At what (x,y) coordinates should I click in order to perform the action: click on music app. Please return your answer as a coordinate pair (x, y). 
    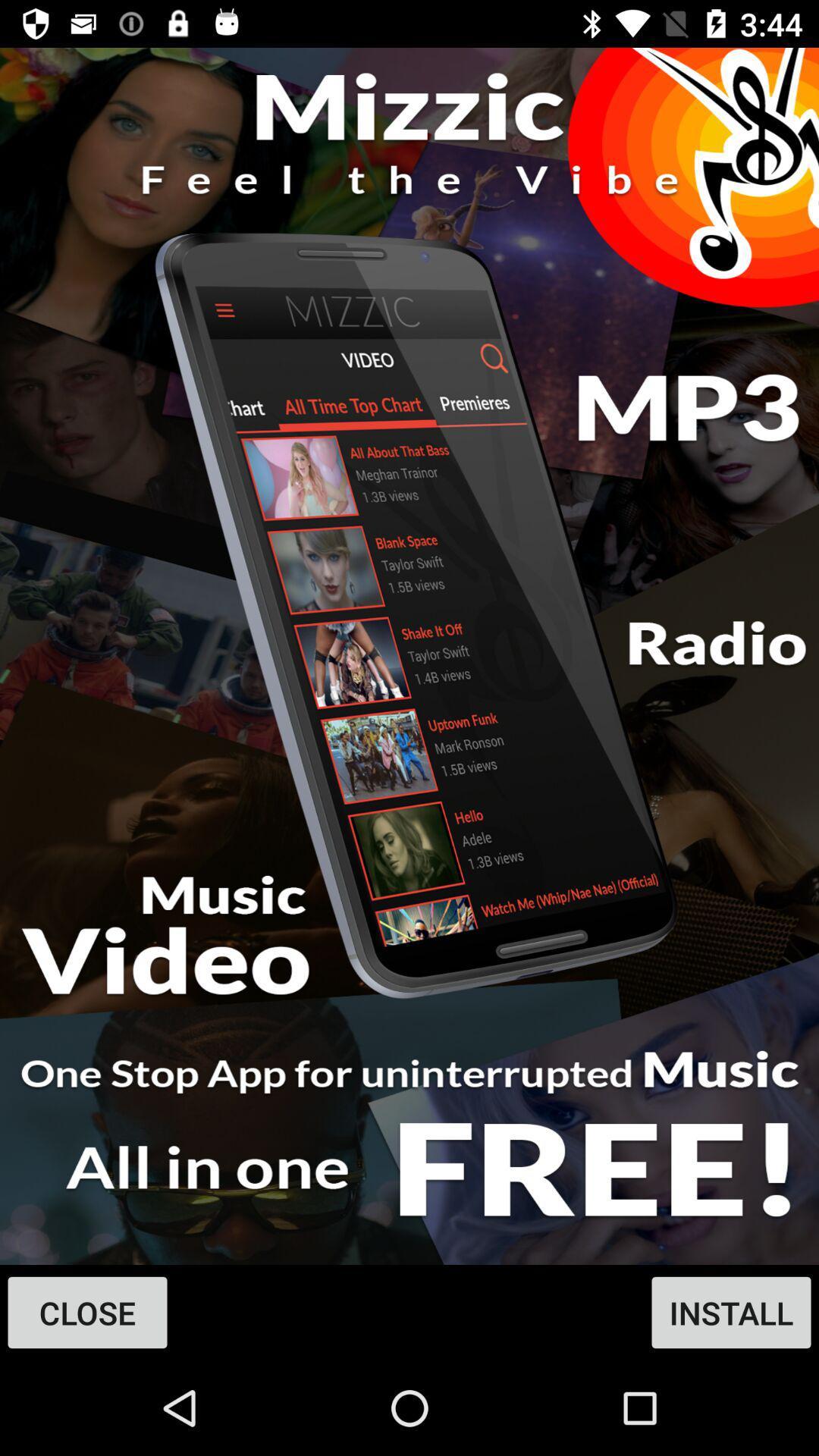
    Looking at the image, I should click on (409, 656).